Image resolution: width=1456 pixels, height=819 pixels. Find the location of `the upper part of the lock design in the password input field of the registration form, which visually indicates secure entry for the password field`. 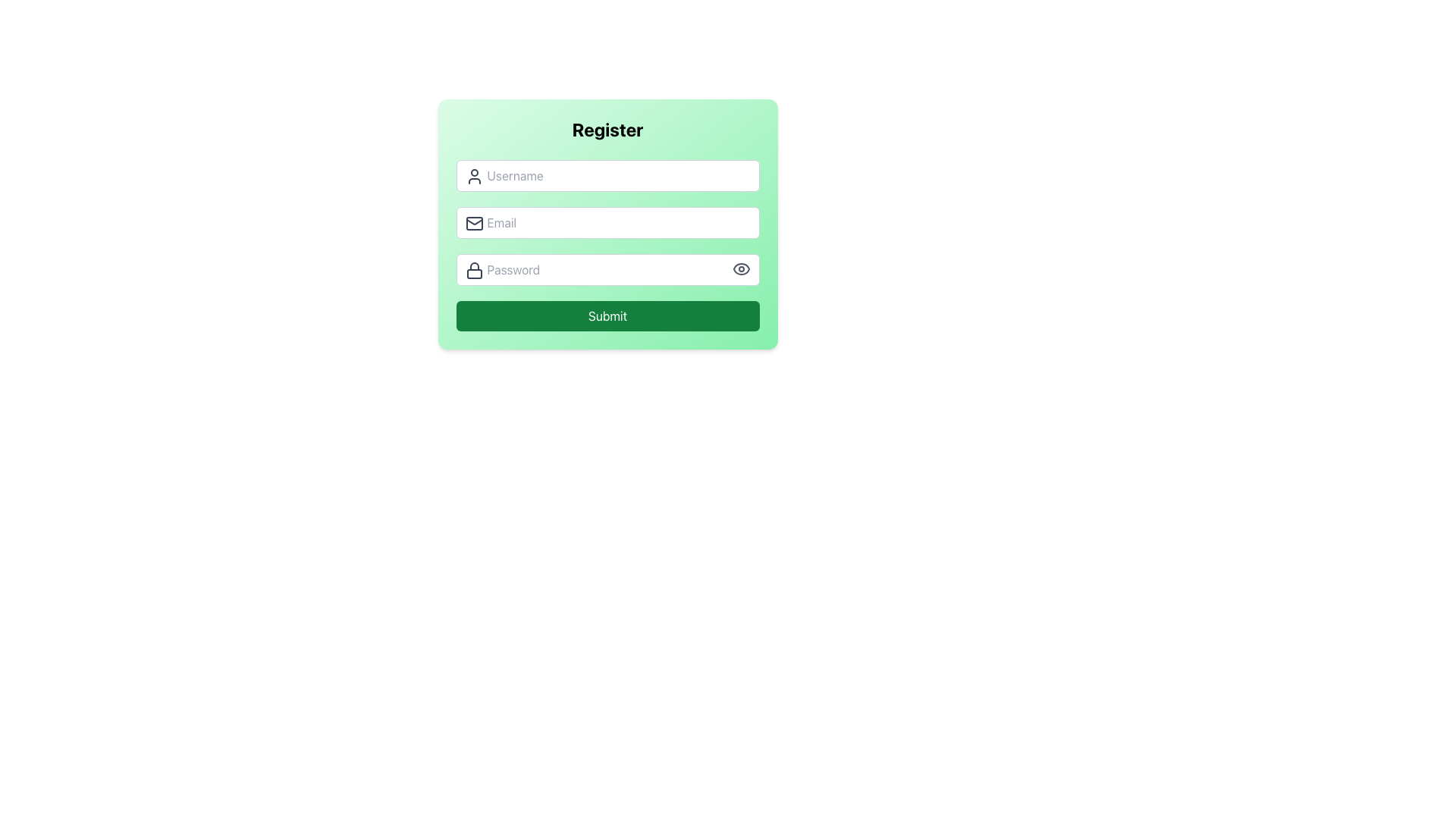

the upper part of the lock design in the password input field of the registration form, which visually indicates secure entry for the password field is located at coordinates (473, 265).